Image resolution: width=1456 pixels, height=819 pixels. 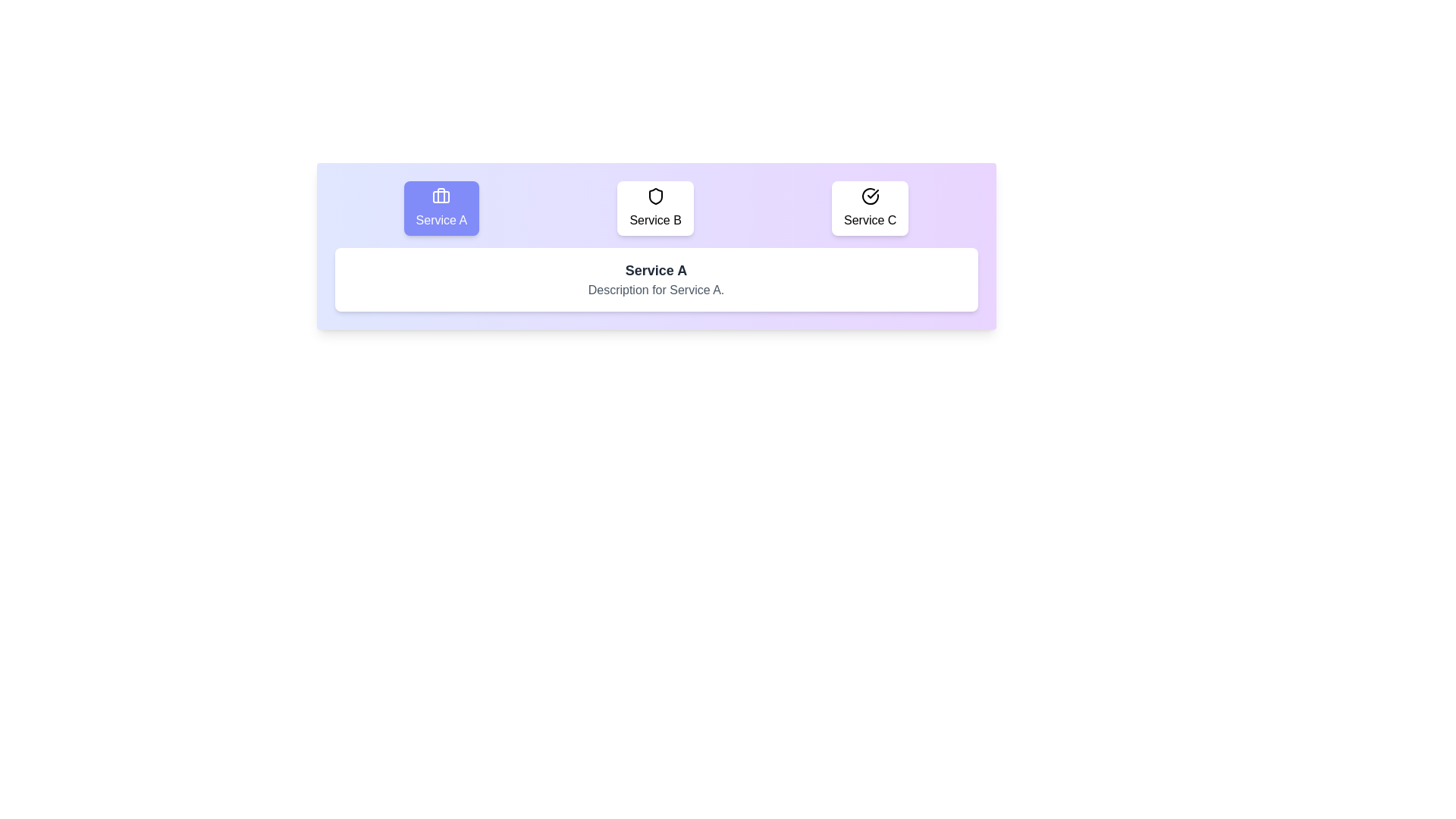 What do you see at coordinates (441, 220) in the screenshot?
I see `text label indicating the name of the service, which is 'Service A', located below the briefcase icon` at bounding box center [441, 220].